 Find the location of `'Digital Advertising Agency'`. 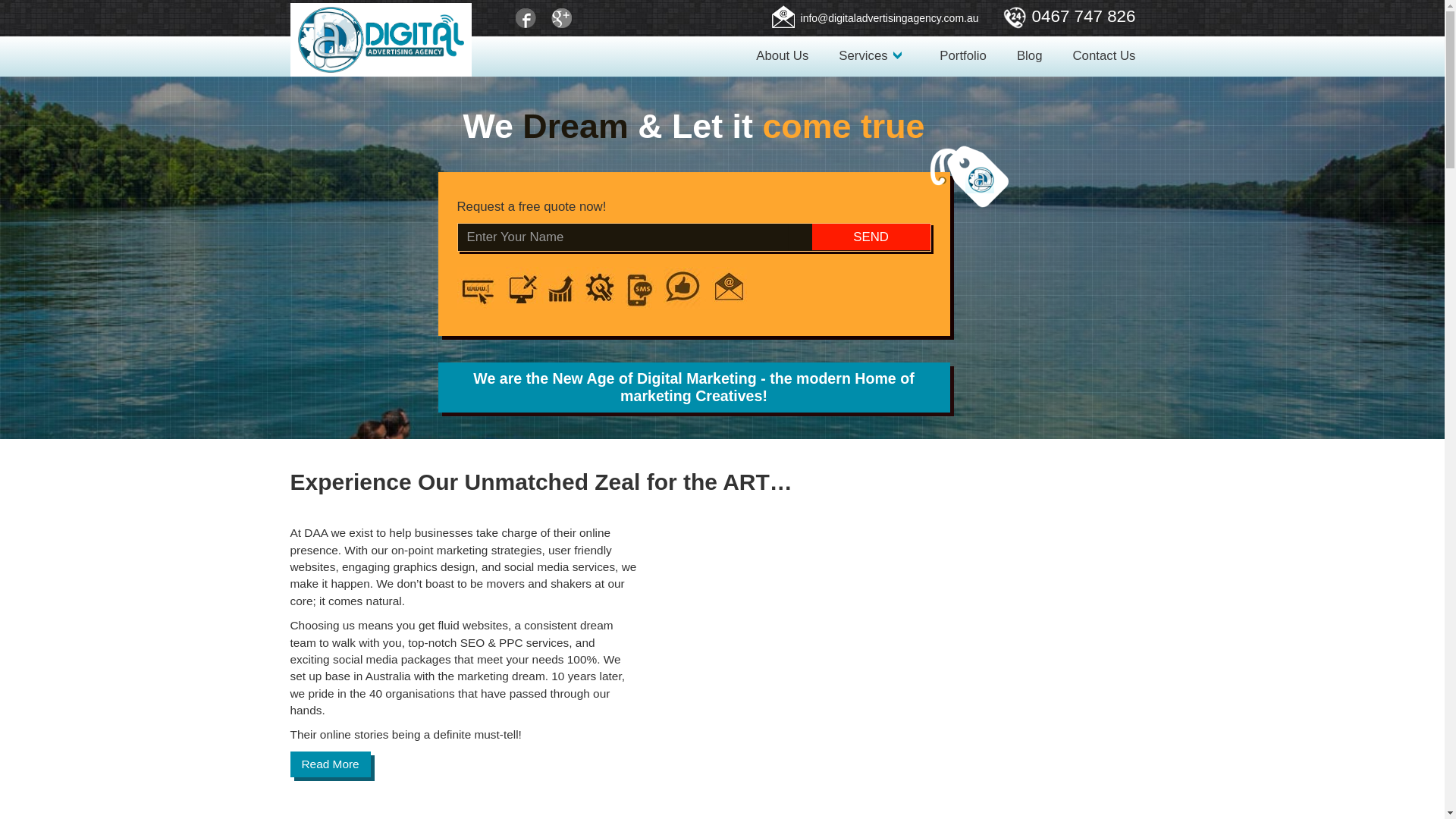

'Digital Advertising Agency' is located at coordinates (380, 38).